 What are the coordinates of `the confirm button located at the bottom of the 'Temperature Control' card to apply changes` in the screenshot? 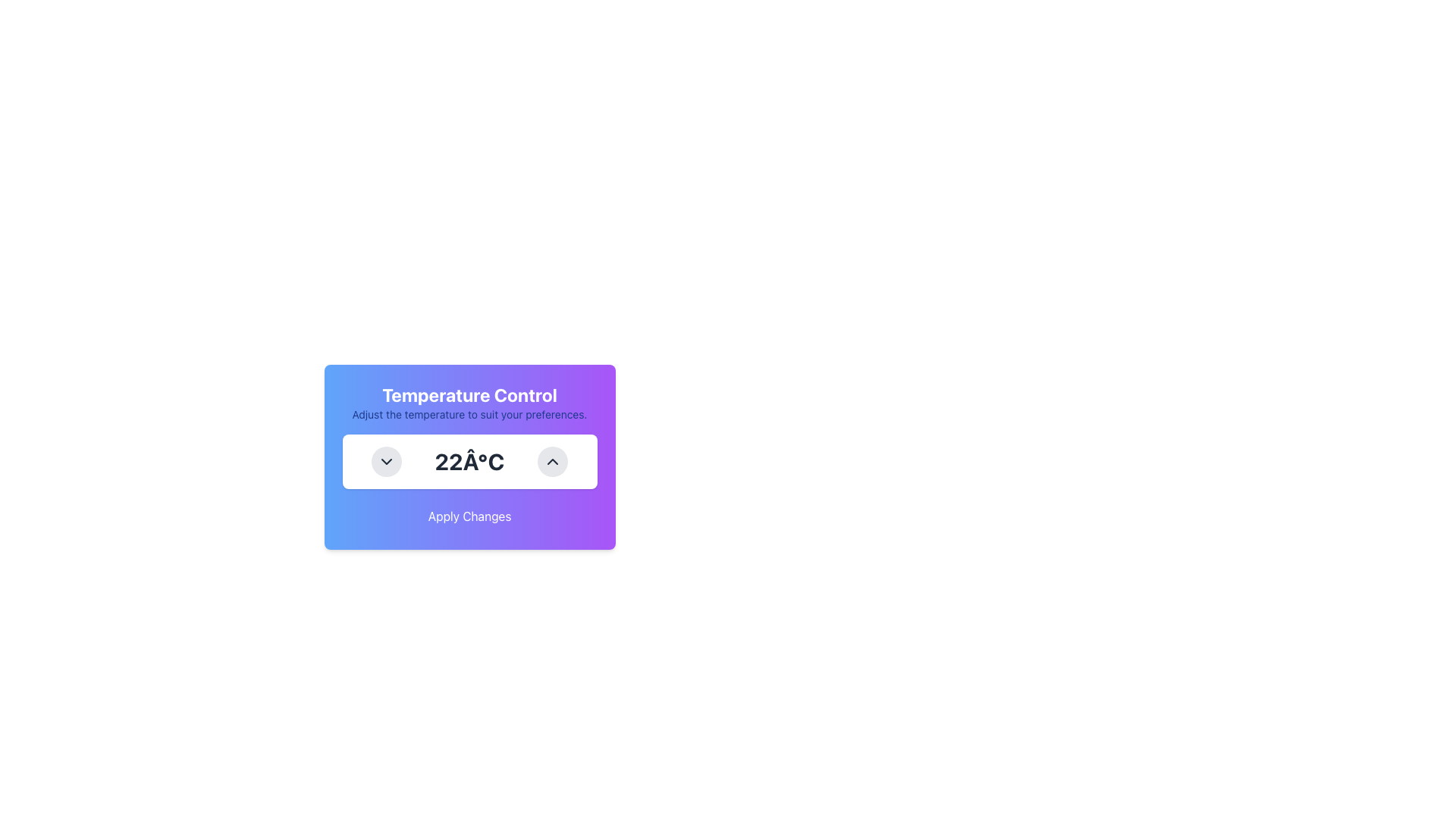 It's located at (469, 516).